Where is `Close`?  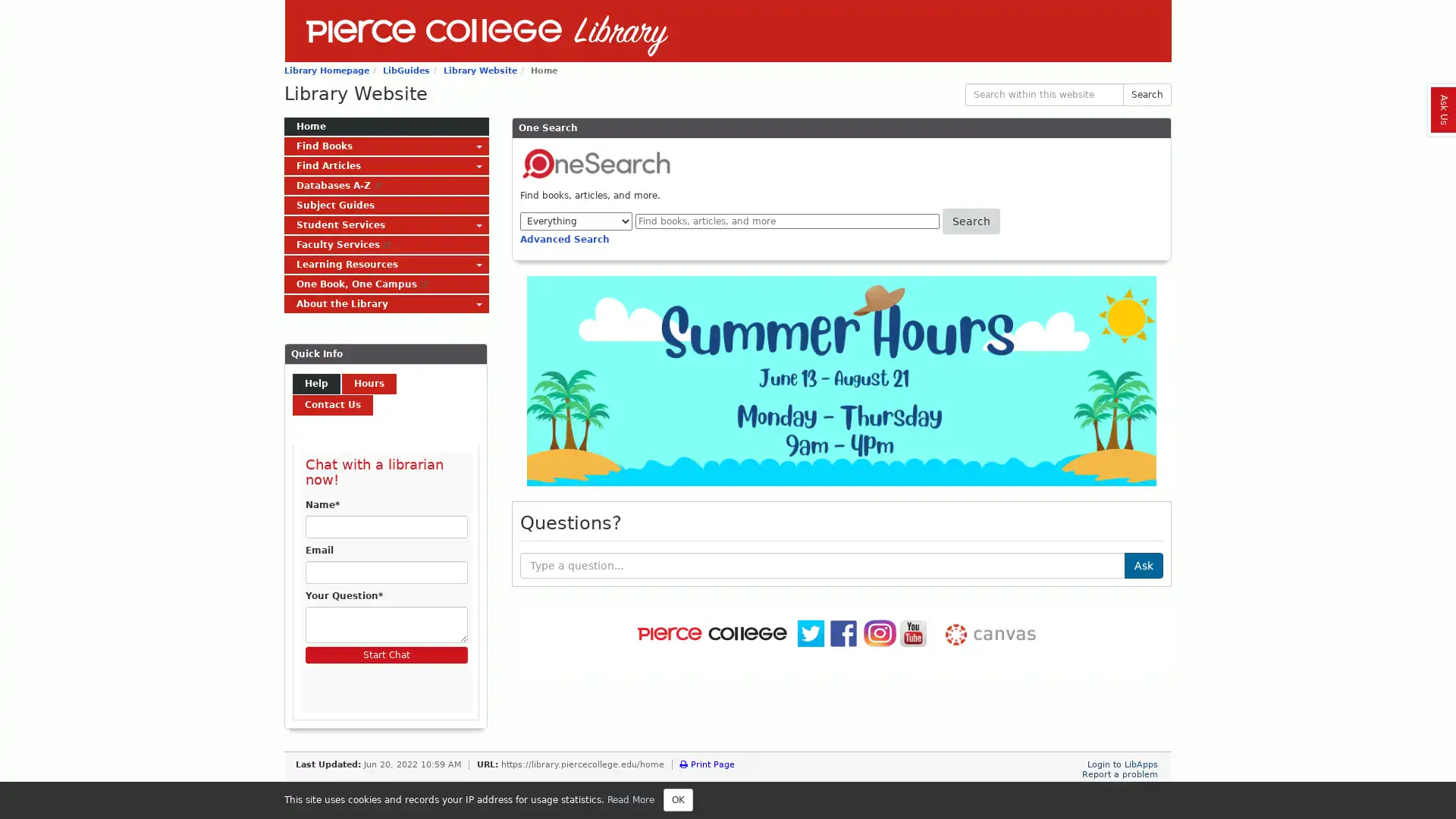 Close is located at coordinates (677, 799).